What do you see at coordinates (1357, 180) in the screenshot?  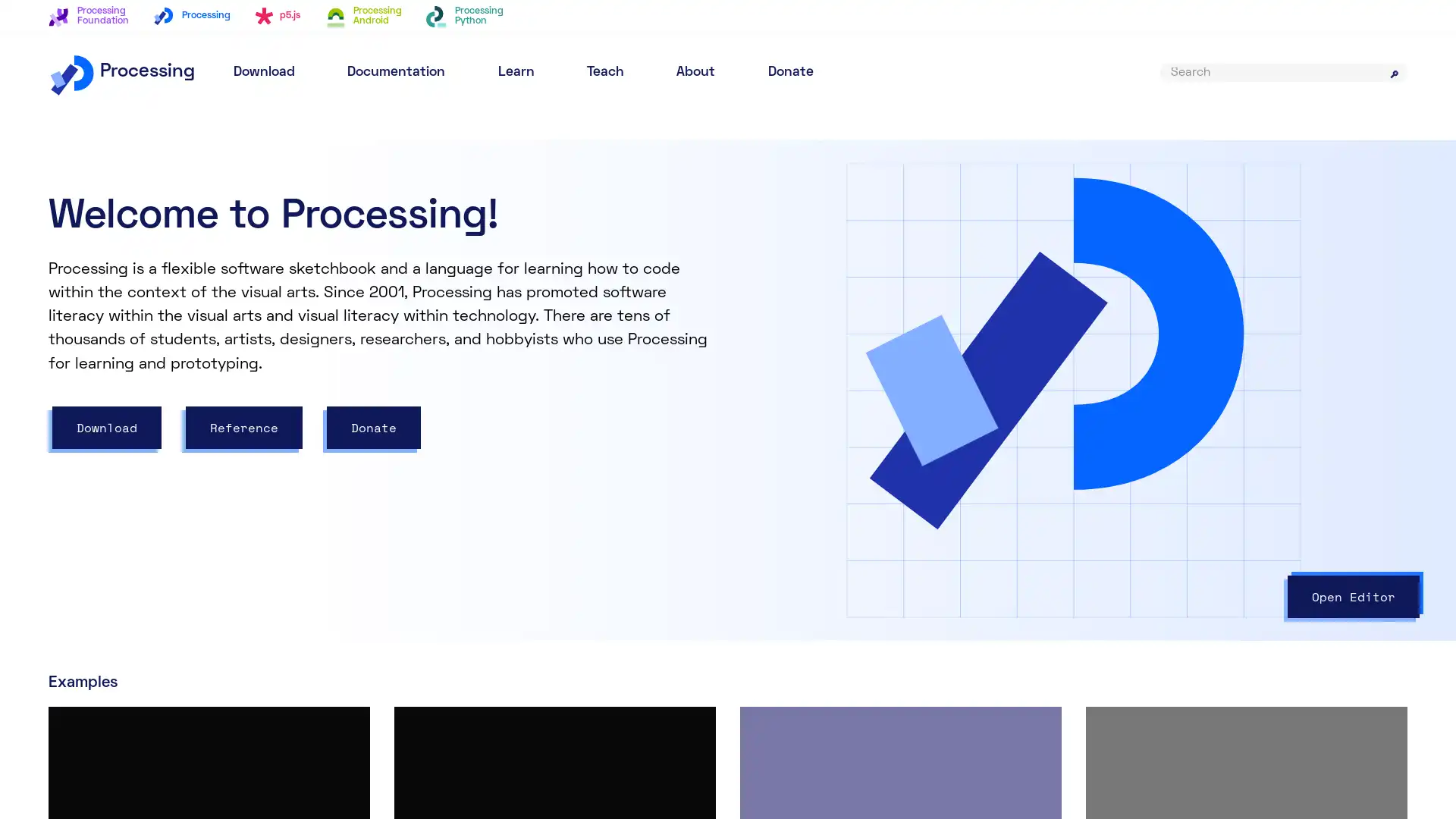 I see `Reset` at bounding box center [1357, 180].